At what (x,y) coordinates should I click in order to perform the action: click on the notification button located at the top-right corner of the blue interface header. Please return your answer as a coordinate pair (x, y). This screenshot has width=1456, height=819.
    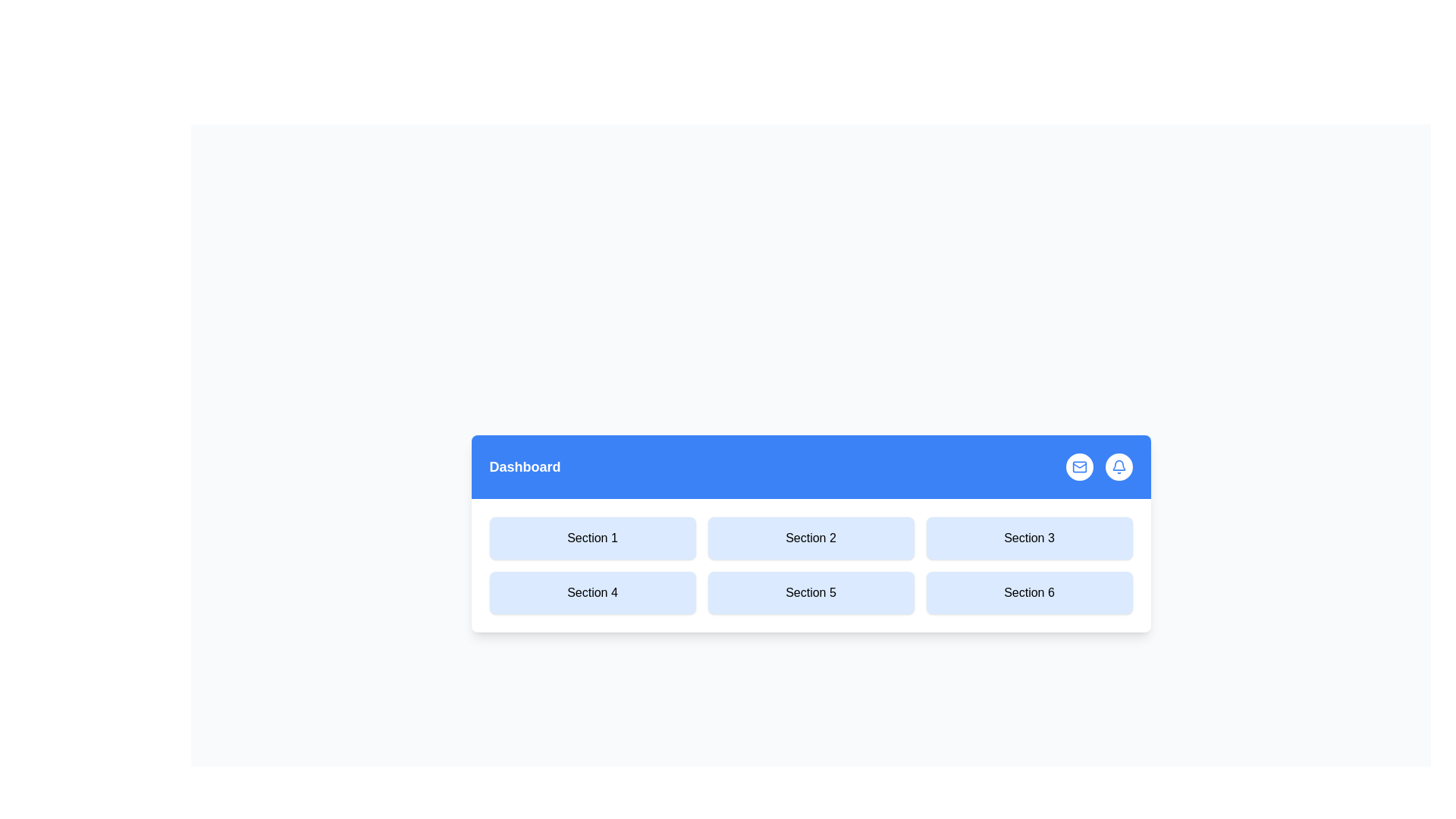
    Looking at the image, I should click on (1119, 466).